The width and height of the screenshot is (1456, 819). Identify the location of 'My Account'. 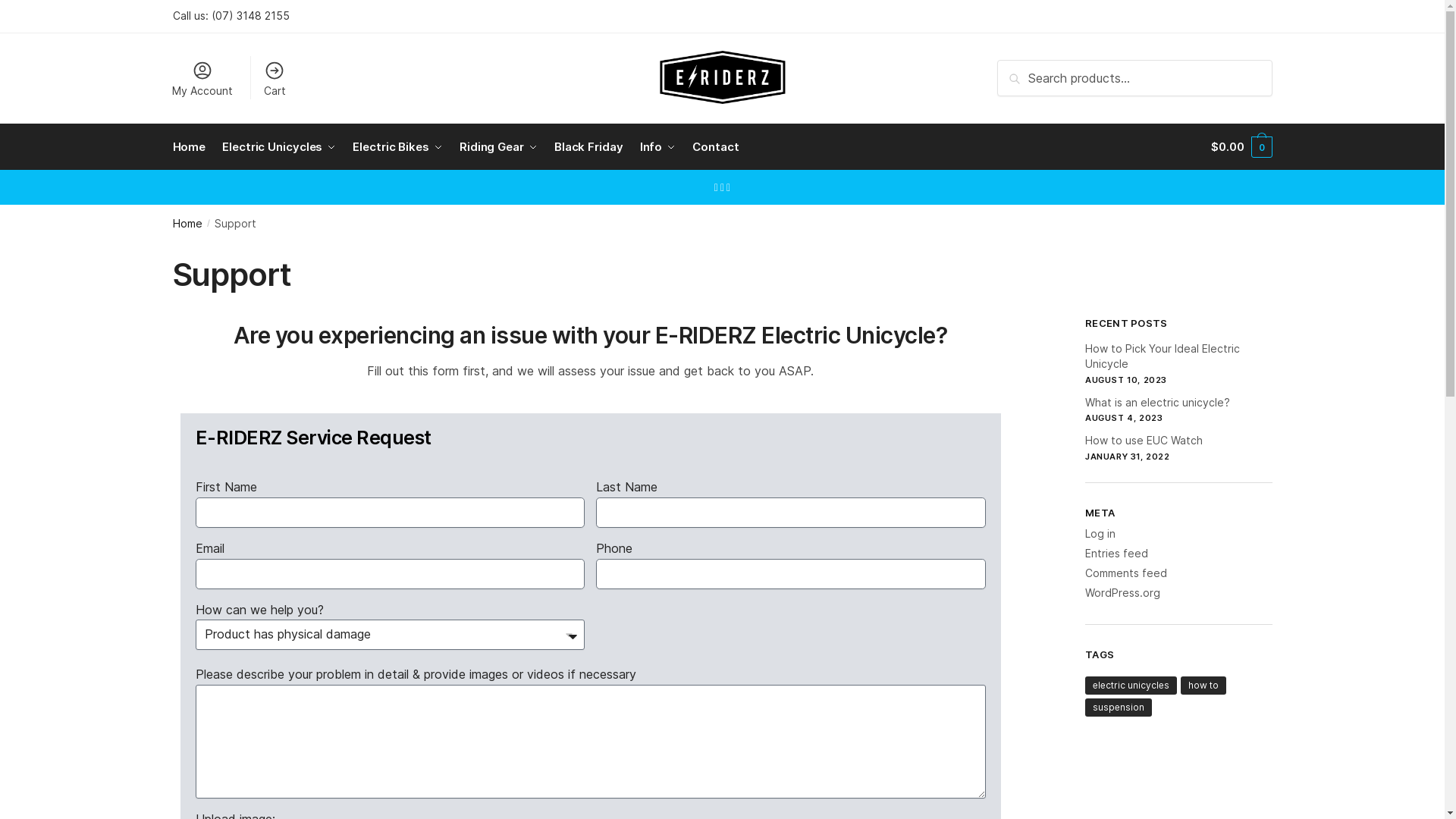
(162, 78).